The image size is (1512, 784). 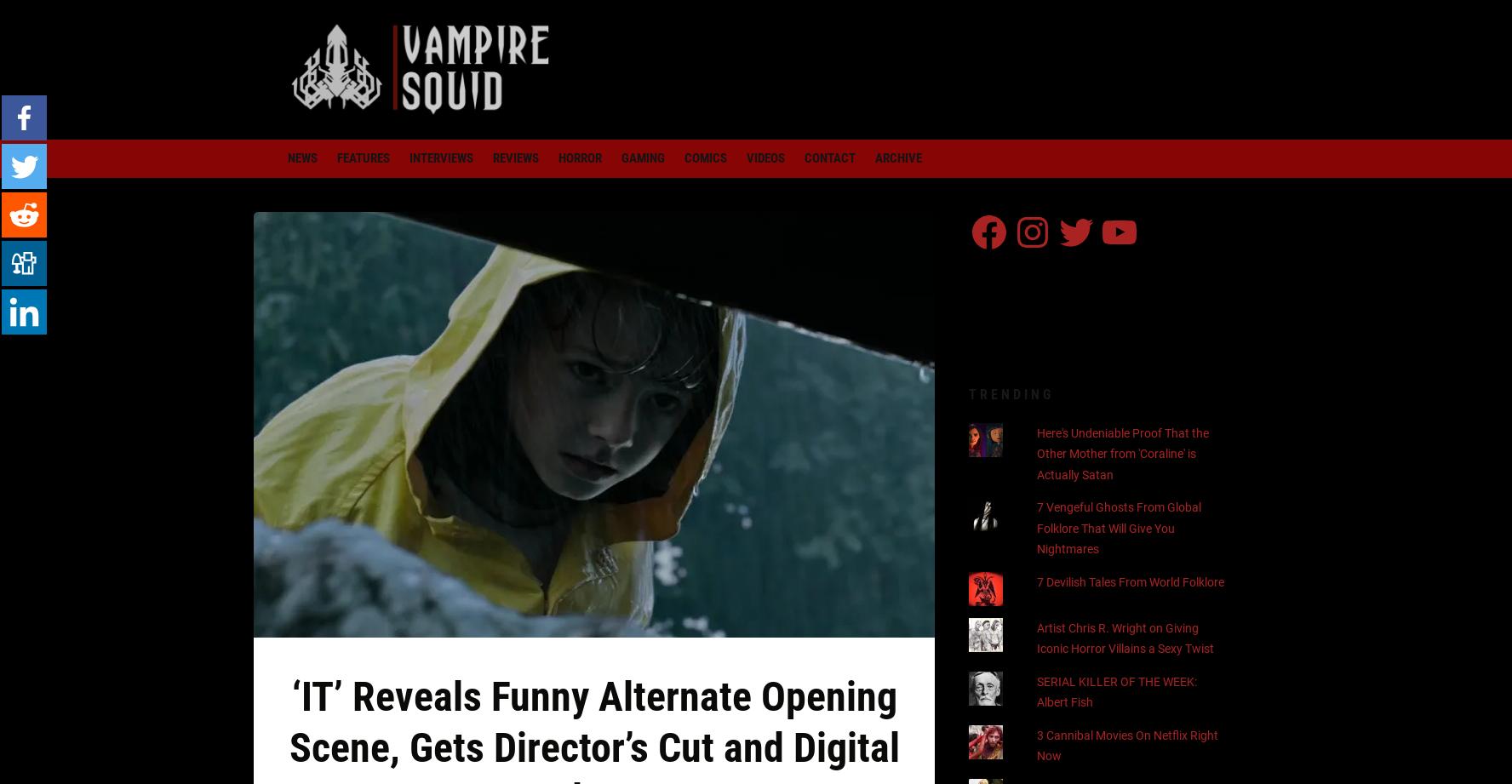 I want to click on 'Archive', so click(x=874, y=157).